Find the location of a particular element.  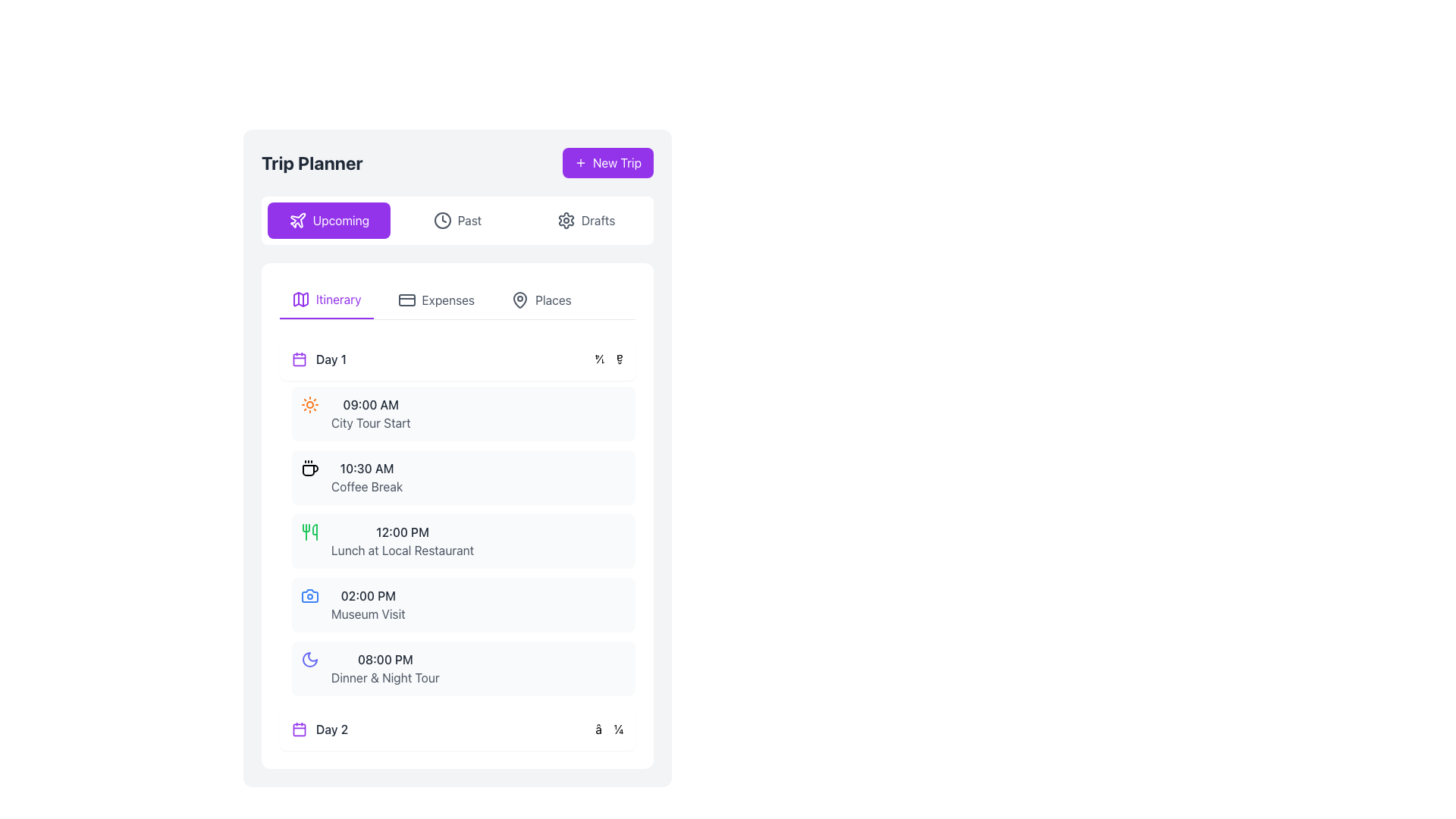

the descriptive Text label located below the time label '08:00 PM' in the itinerary list for 'Day 1' is located at coordinates (385, 677).